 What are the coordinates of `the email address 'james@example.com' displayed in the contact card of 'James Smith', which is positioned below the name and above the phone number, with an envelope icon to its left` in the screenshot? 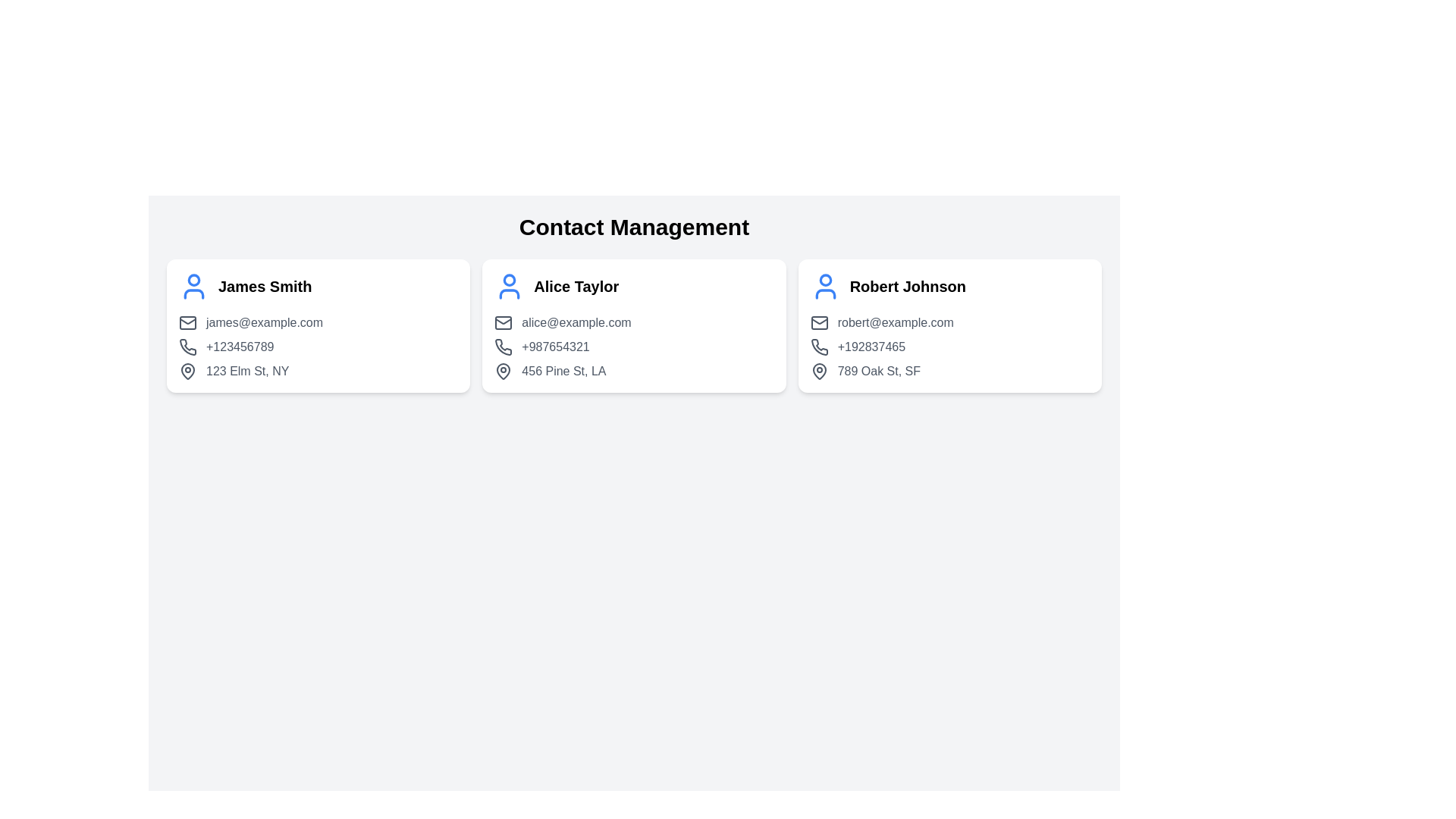 It's located at (318, 322).